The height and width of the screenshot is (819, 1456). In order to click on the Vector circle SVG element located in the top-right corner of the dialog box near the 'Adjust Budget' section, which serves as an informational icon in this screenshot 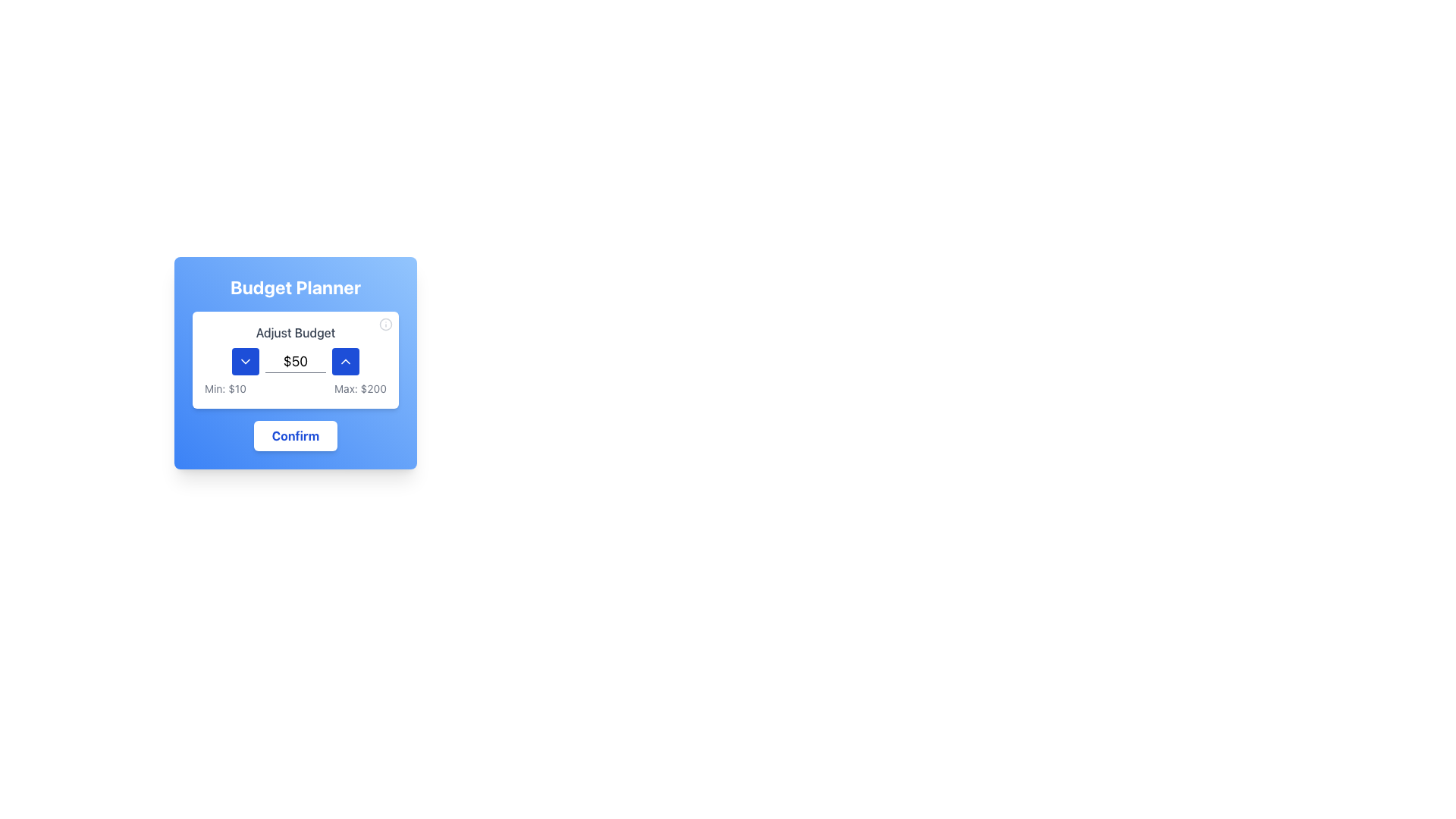, I will do `click(385, 324)`.